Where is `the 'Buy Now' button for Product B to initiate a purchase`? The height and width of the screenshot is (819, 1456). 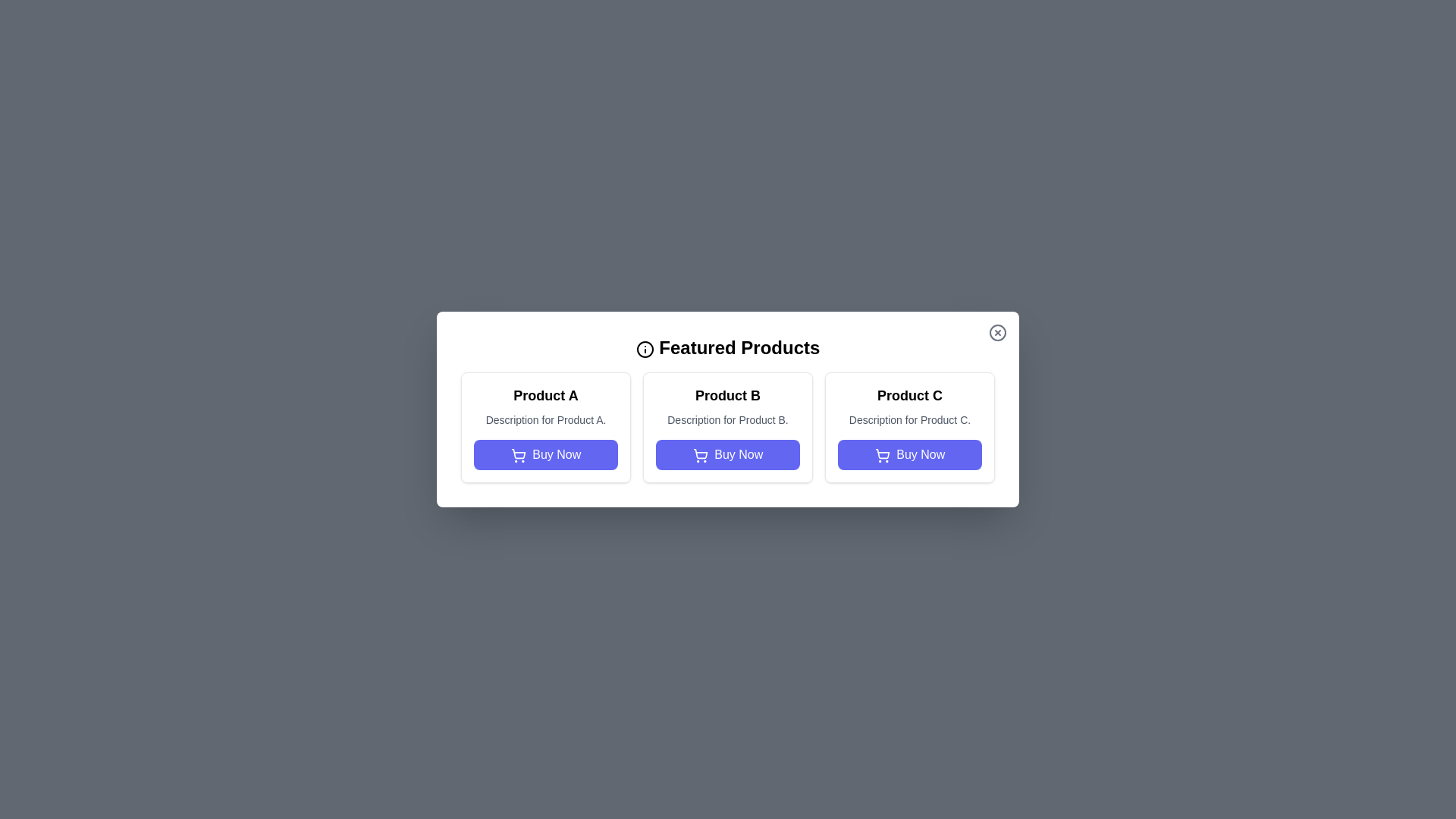 the 'Buy Now' button for Product B to initiate a purchase is located at coordinates (728, 454).